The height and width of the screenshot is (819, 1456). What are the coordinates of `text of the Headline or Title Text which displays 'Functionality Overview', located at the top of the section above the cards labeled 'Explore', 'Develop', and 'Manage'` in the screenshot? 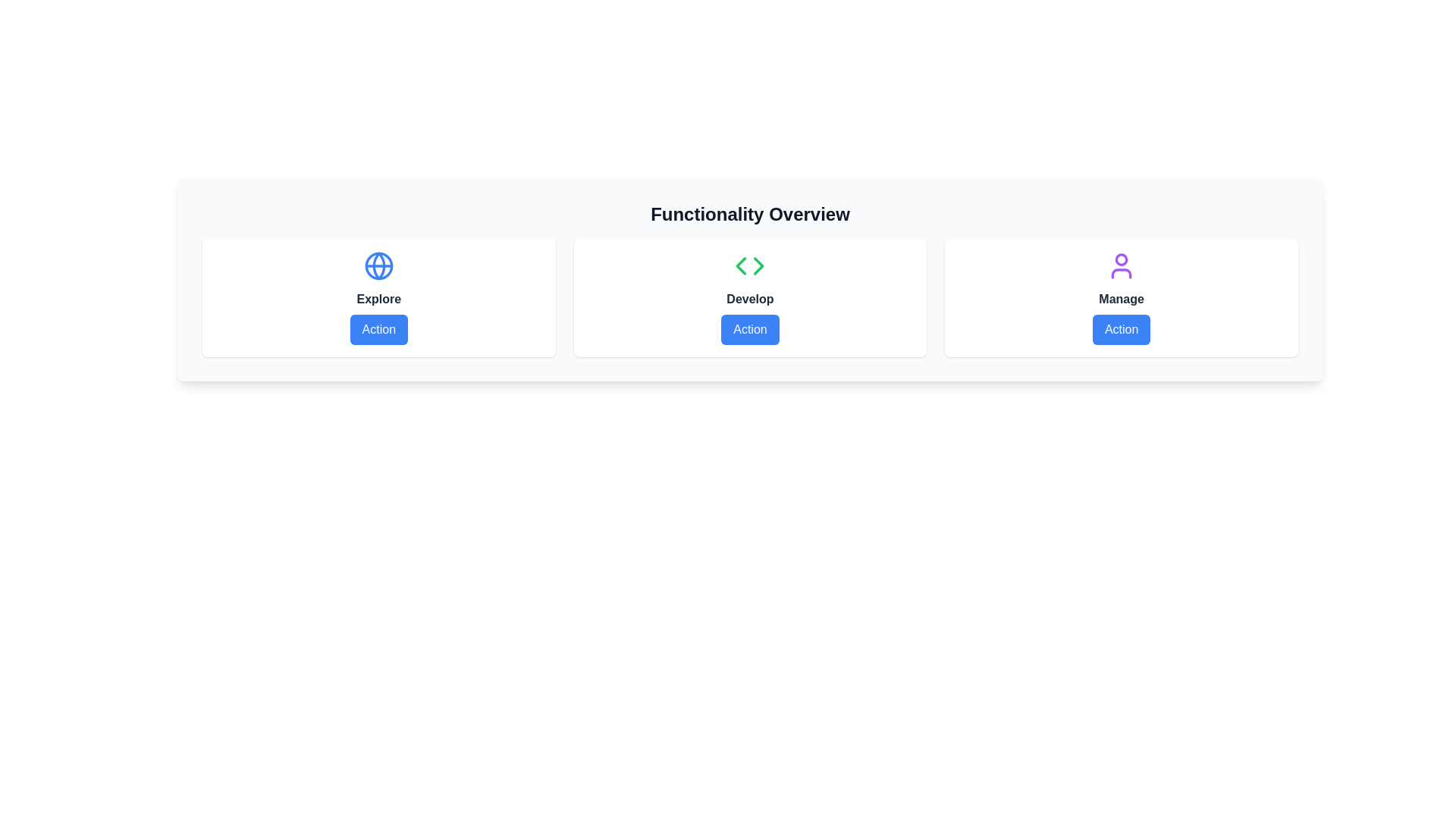 It's located at (750, 214).